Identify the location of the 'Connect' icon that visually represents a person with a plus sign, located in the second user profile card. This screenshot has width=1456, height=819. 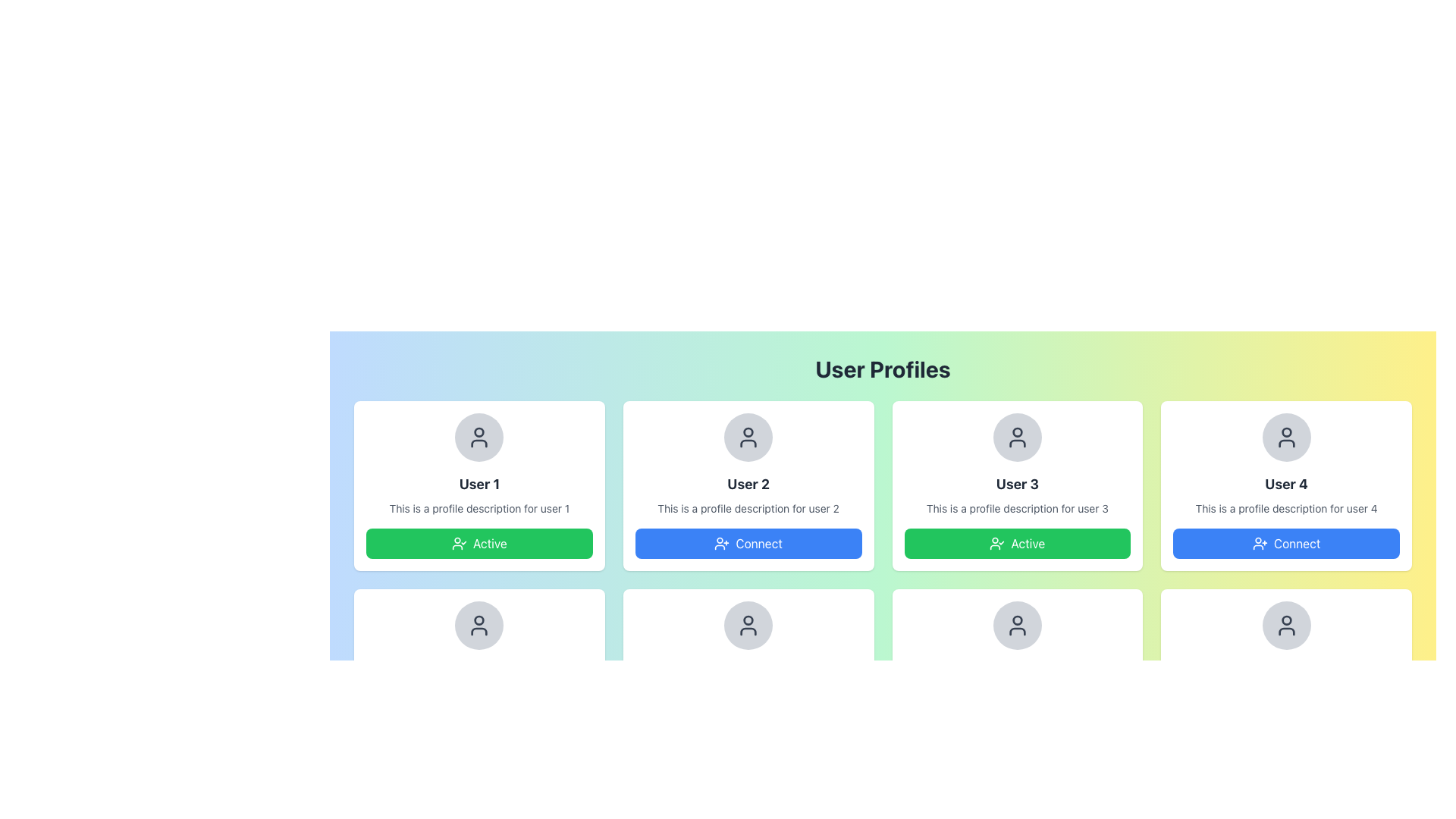
(721, 543).